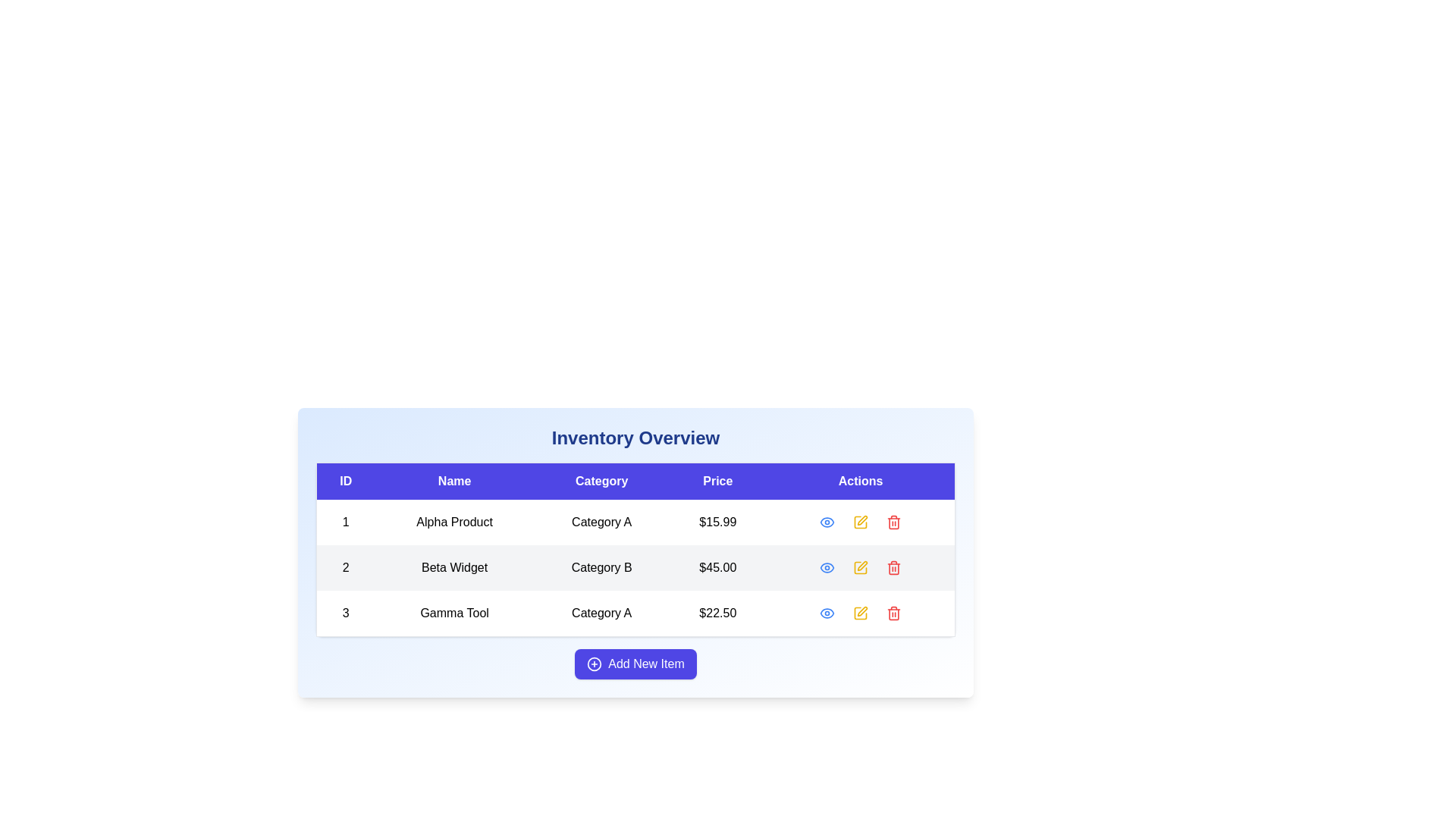  What do you see at coordinates (861, 522) in the screenshot?
I see `the edit button located in the Actions column for the first item in the Inventory Overview section` at bounding box center [861, 522].